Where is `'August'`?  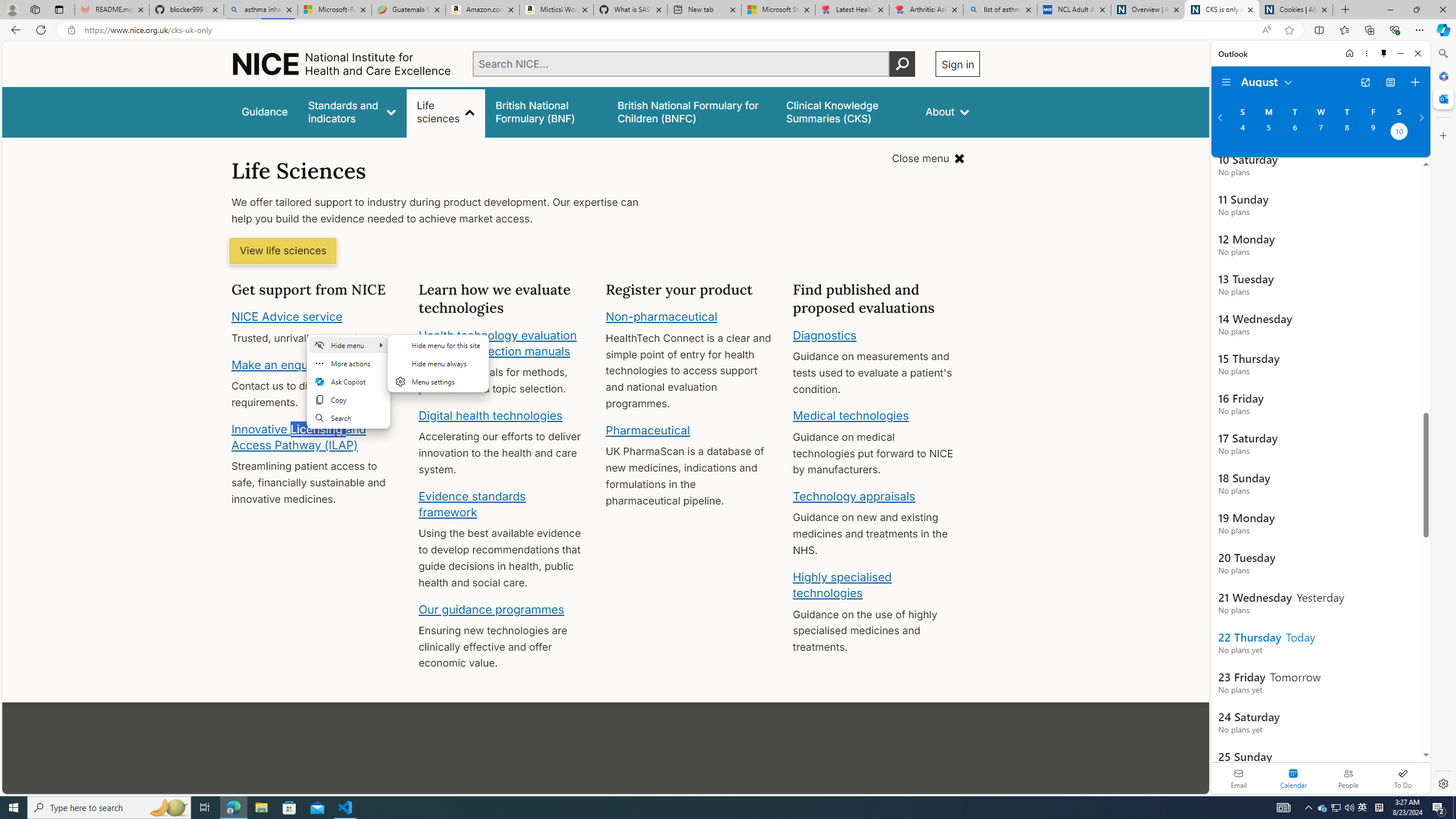
'August' is located at coordinates (1267, 80).